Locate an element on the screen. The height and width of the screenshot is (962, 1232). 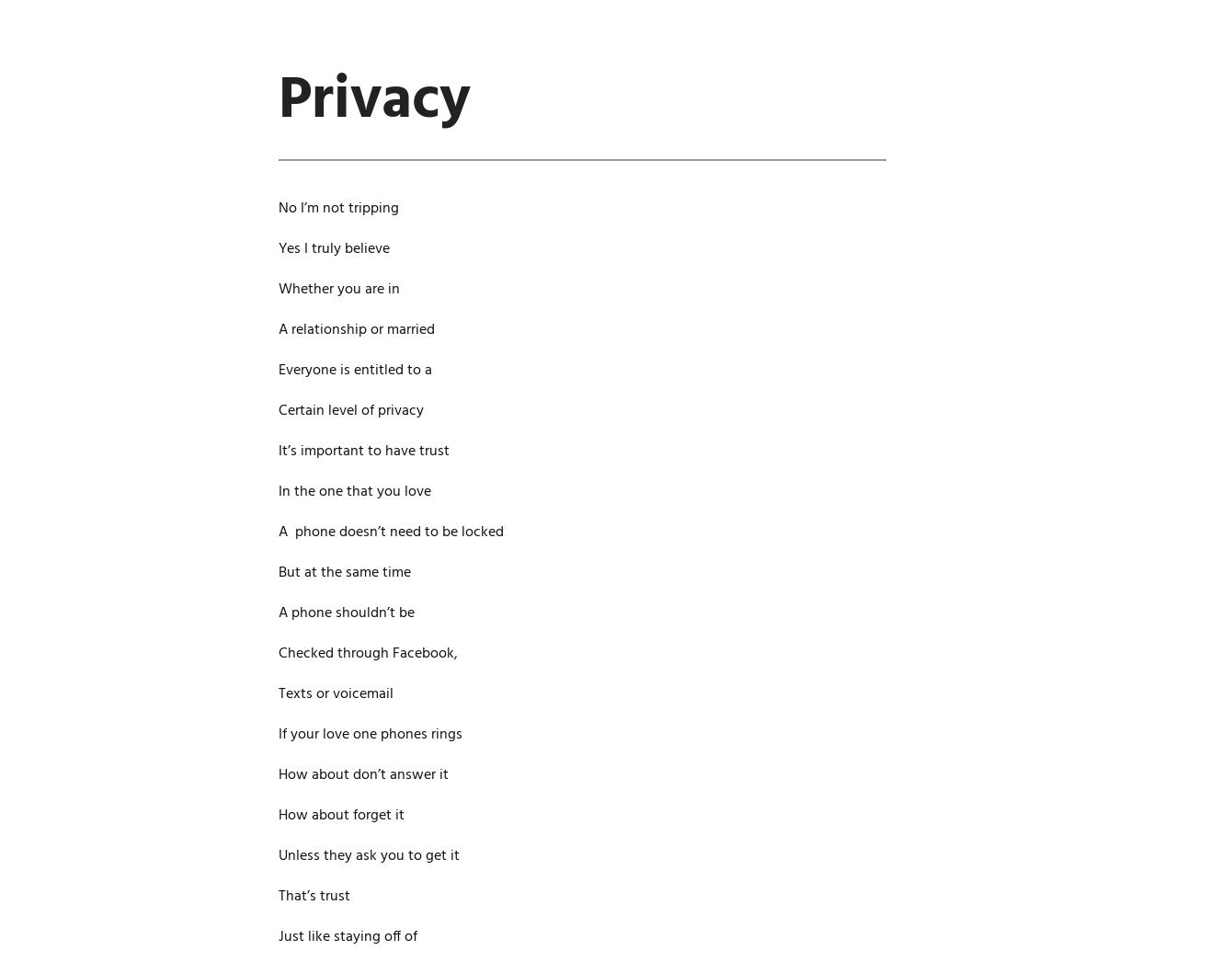
'A phone shouldn’t be' is located at coordinates (346, 613).